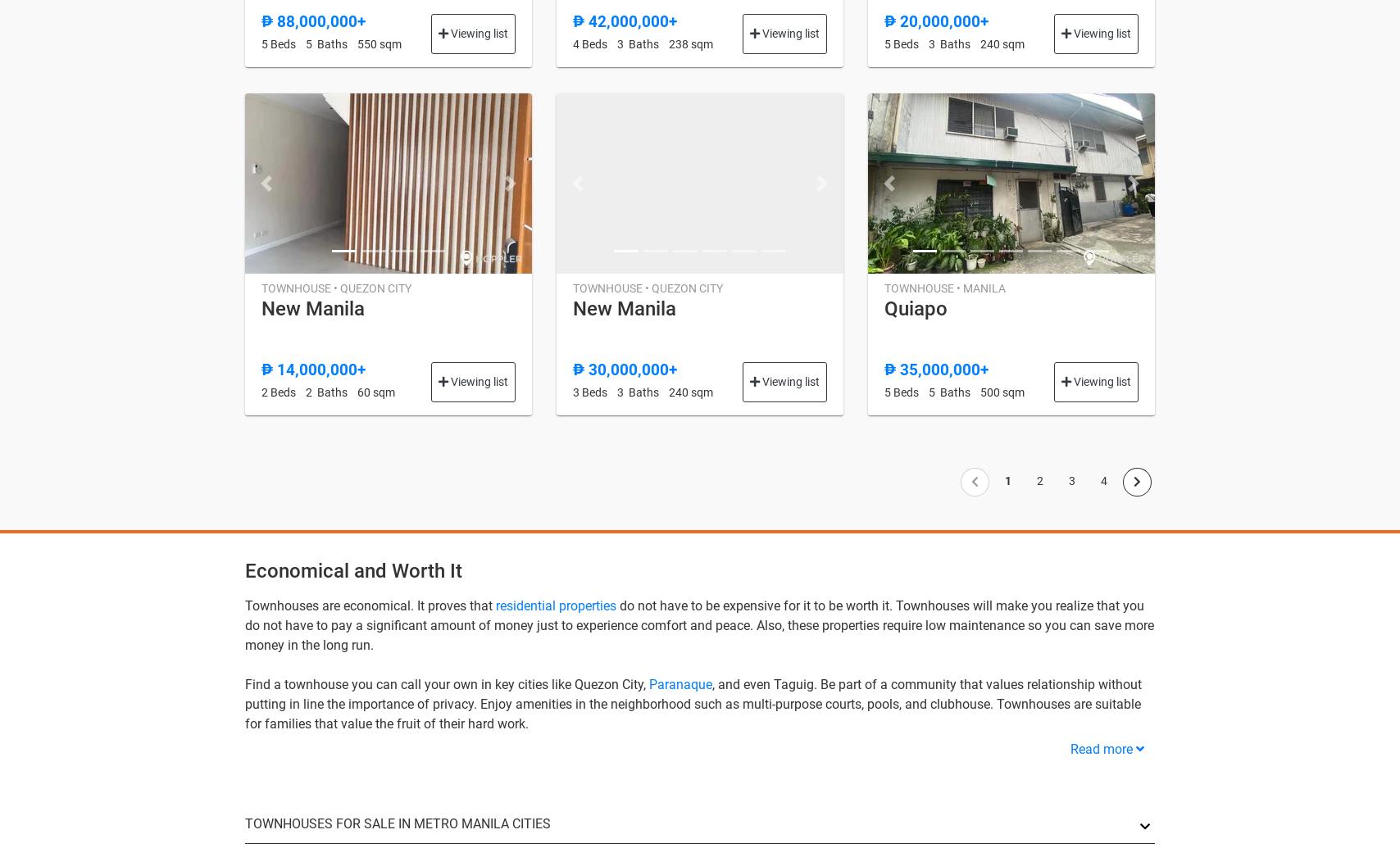 The height and width of the screenshot is (848, 1400). I want to click on 'TOWNHOUSES FOR SALE IN METRO MANILA CITIES', so click(397, 823).